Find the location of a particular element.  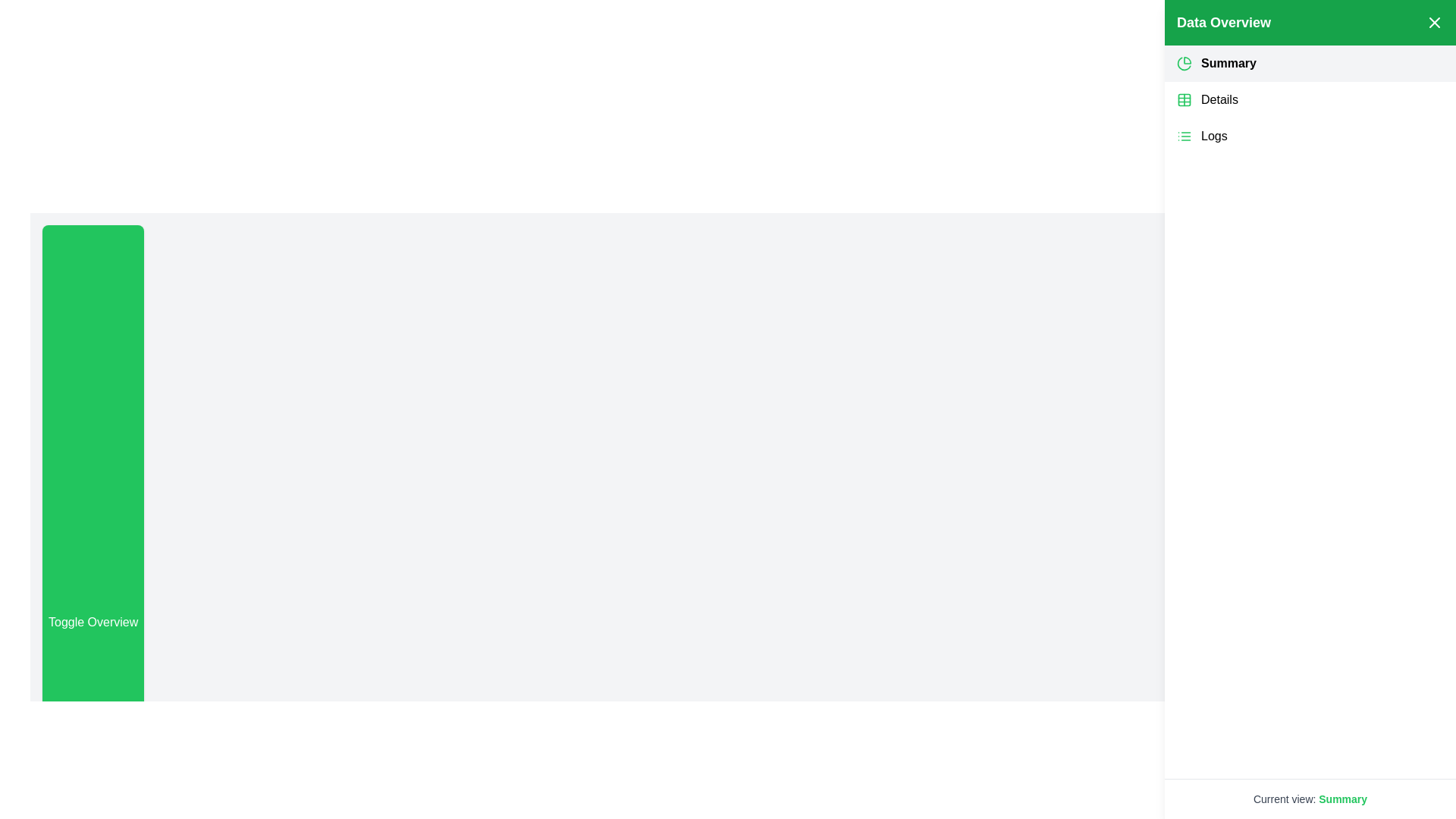

the 'X' icon button in the top-right corner of the 'Data Overview' header is located at coordinates (1433, 23).